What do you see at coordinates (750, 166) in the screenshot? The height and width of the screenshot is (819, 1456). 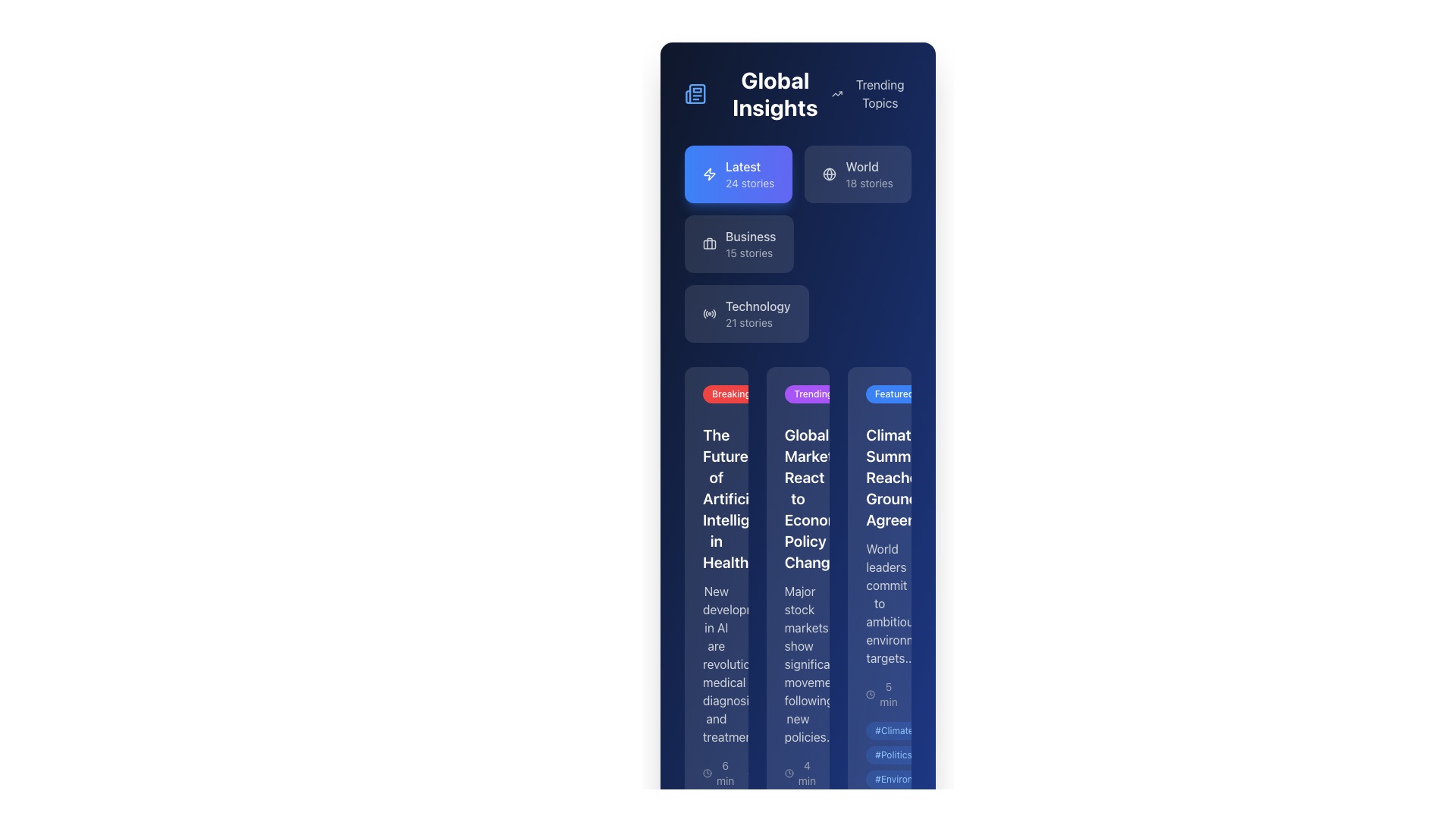 I see `the text label displaying 'Latest'` at bounding box center [750, 166].